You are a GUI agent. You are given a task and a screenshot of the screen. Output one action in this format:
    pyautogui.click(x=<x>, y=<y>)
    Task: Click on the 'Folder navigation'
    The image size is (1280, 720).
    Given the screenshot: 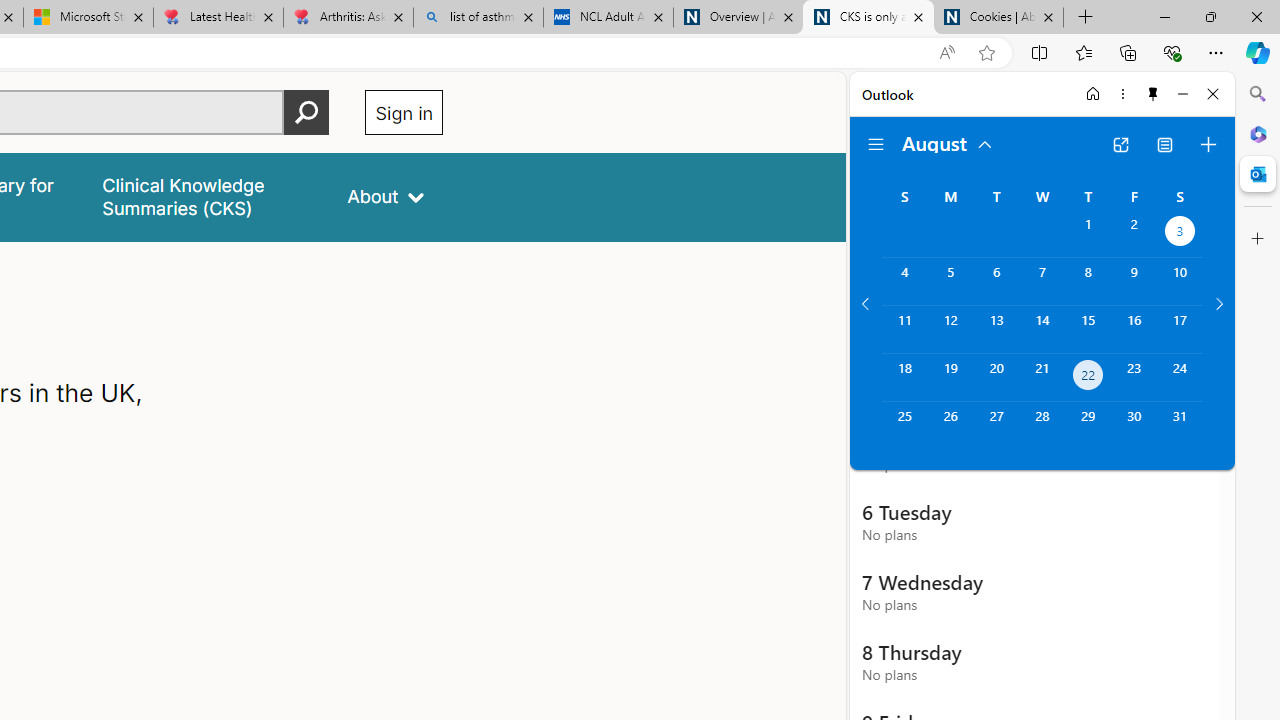 What is the action you would take?
    pyautogui.click(x=876, y=144)
    